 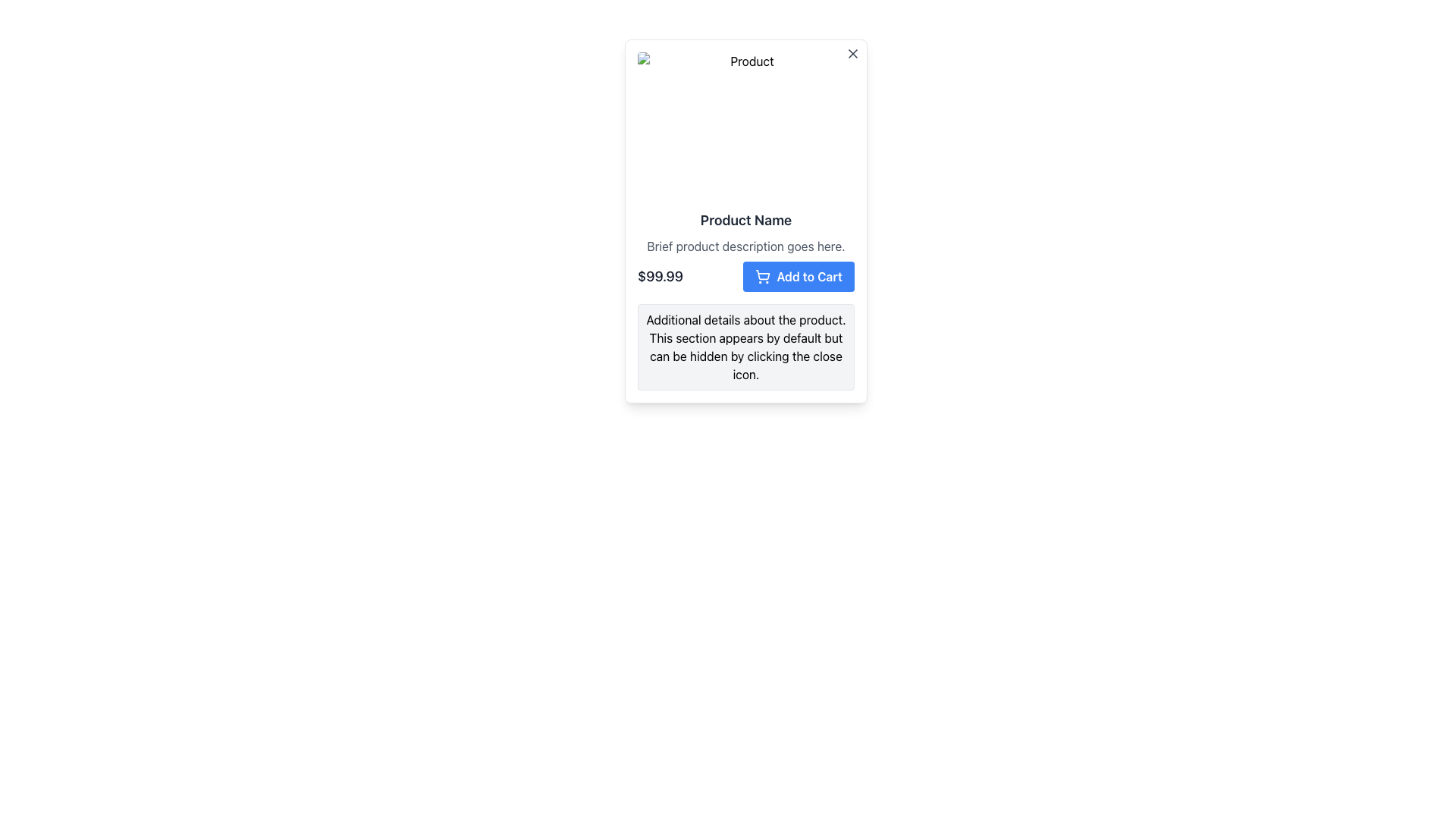 I want to click on the image placeholder at the top of the product card, so click(x=745, y=124).